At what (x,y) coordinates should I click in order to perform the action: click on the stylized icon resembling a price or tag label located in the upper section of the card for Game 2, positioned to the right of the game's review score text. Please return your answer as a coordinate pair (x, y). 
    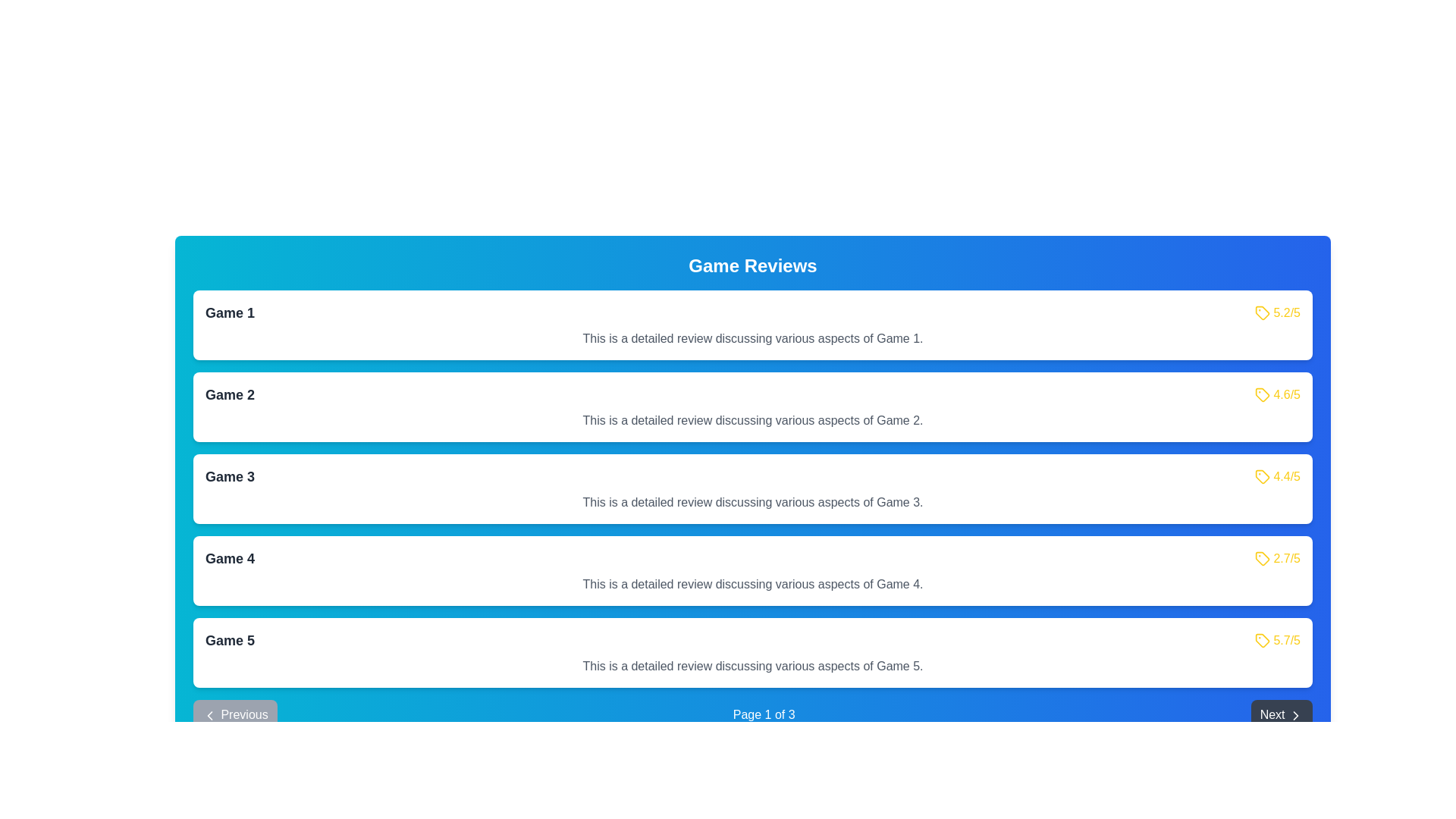
    Looking at the image, I should click on (1263, 312).